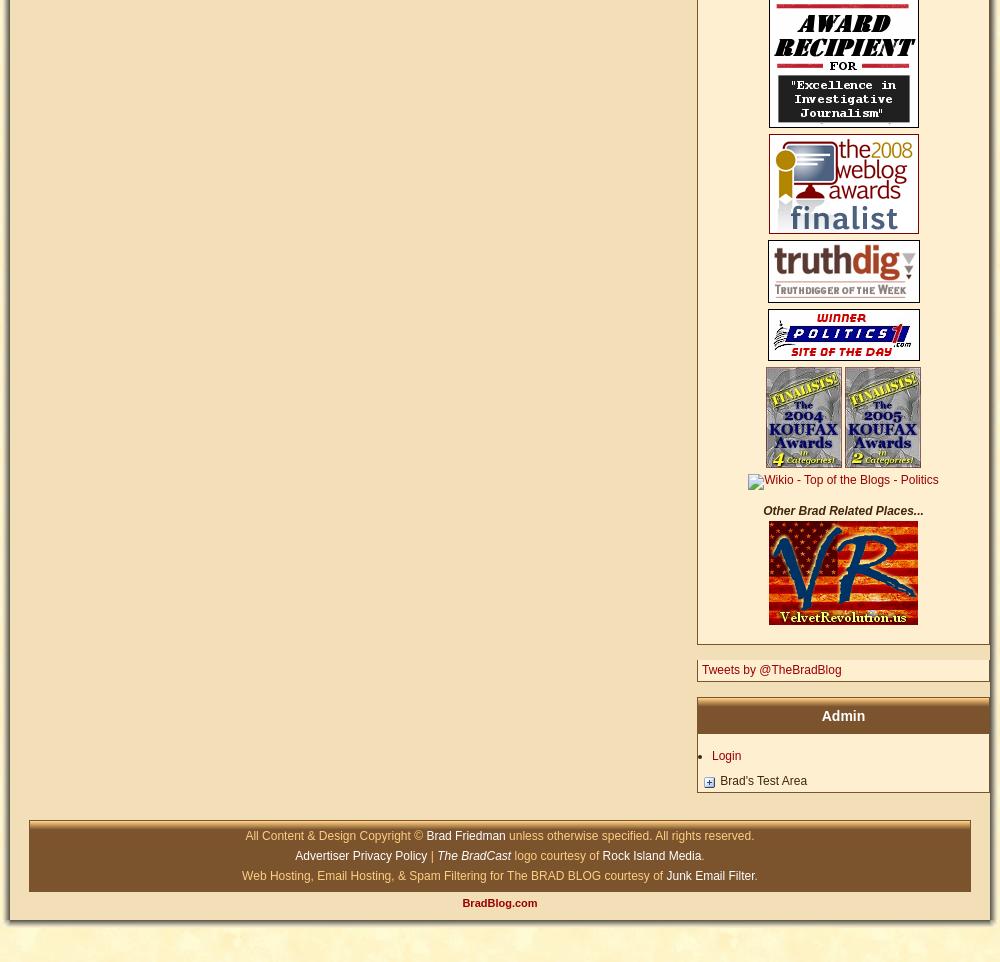  I want to click on 'Web Hosting, Email Hosting, & Spam Filtering for The BRAD BLOG courtesy of', so click(453, 874).